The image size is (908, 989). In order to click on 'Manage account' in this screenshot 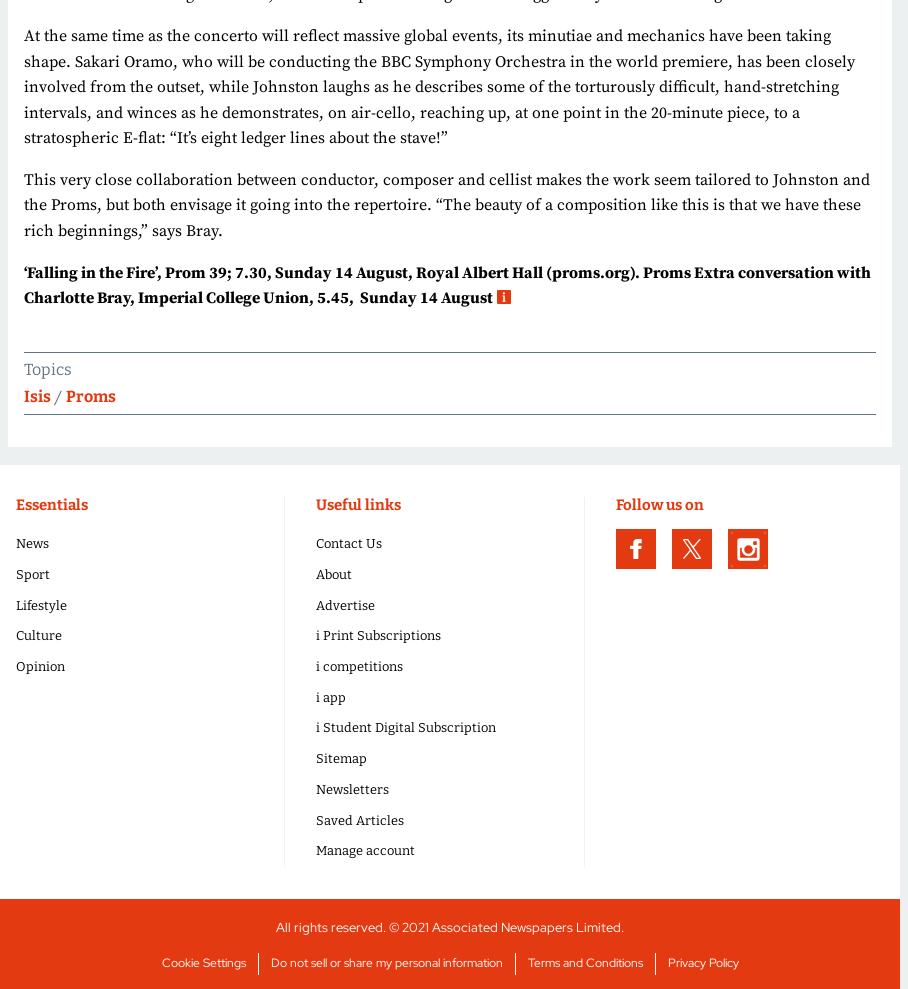, I will do `click(365, 850)`.